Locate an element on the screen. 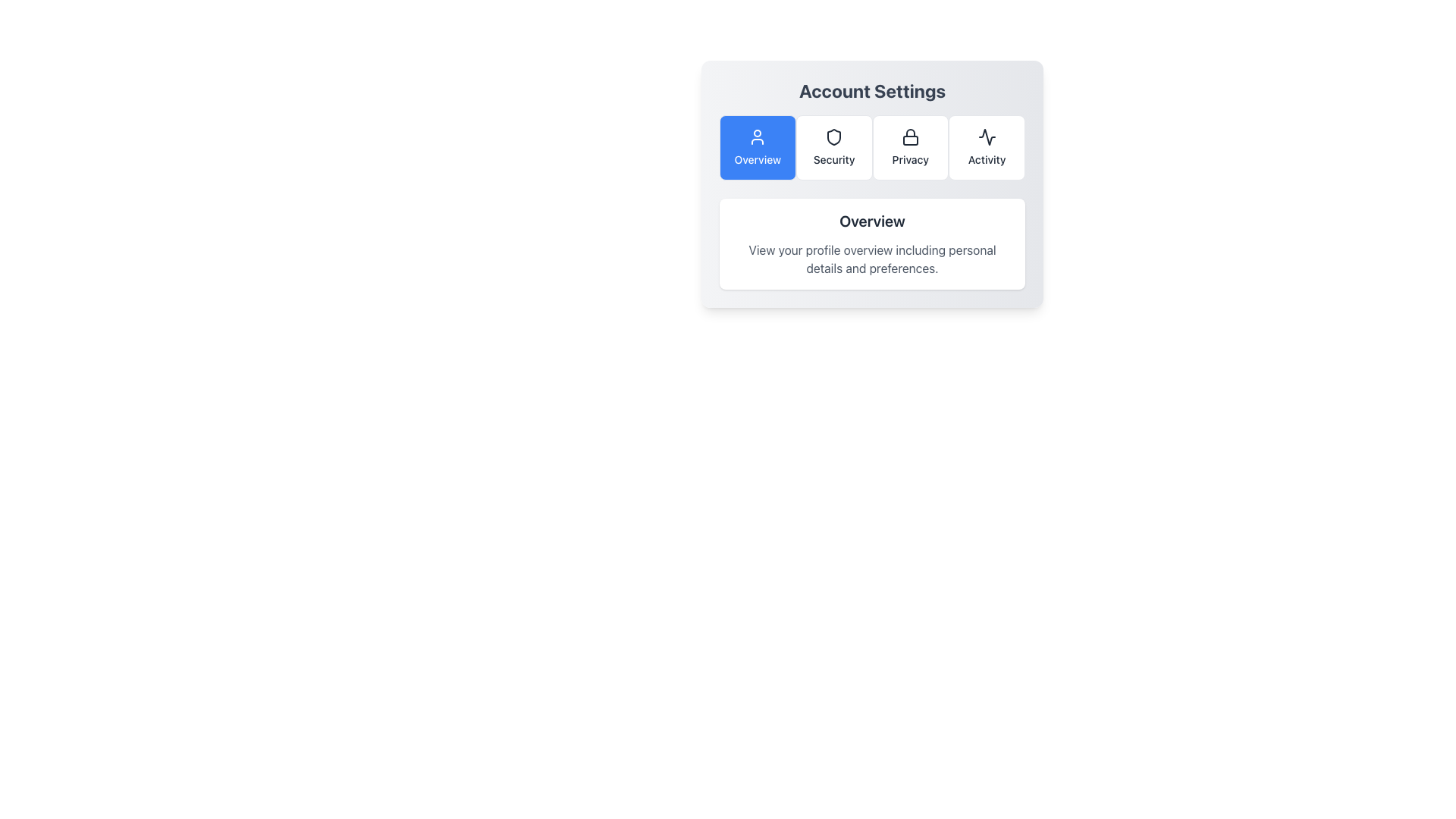 Image resolution: width=1456 pixels, height=819 pixels. the 'Privacy' button, which is a rectangular button with a light background, rounded corners, a lock icon at the top, and the label 'Privacy' in dark font is located at coordinates (910, 148).